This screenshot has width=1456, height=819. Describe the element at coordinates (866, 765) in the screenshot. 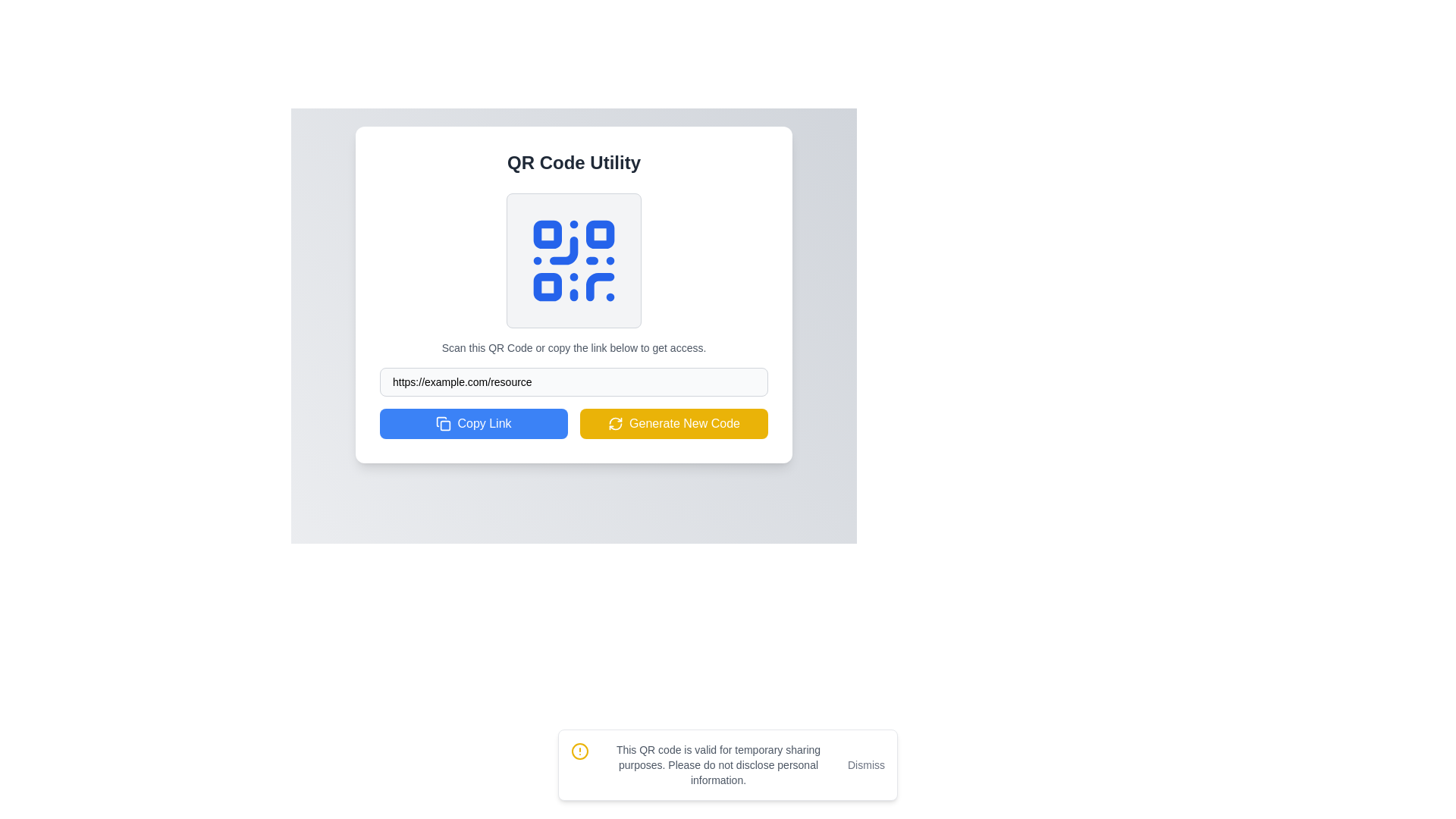

I see `the 'Dismiss' button located at the bottom right corner of the dialog box` at that location.